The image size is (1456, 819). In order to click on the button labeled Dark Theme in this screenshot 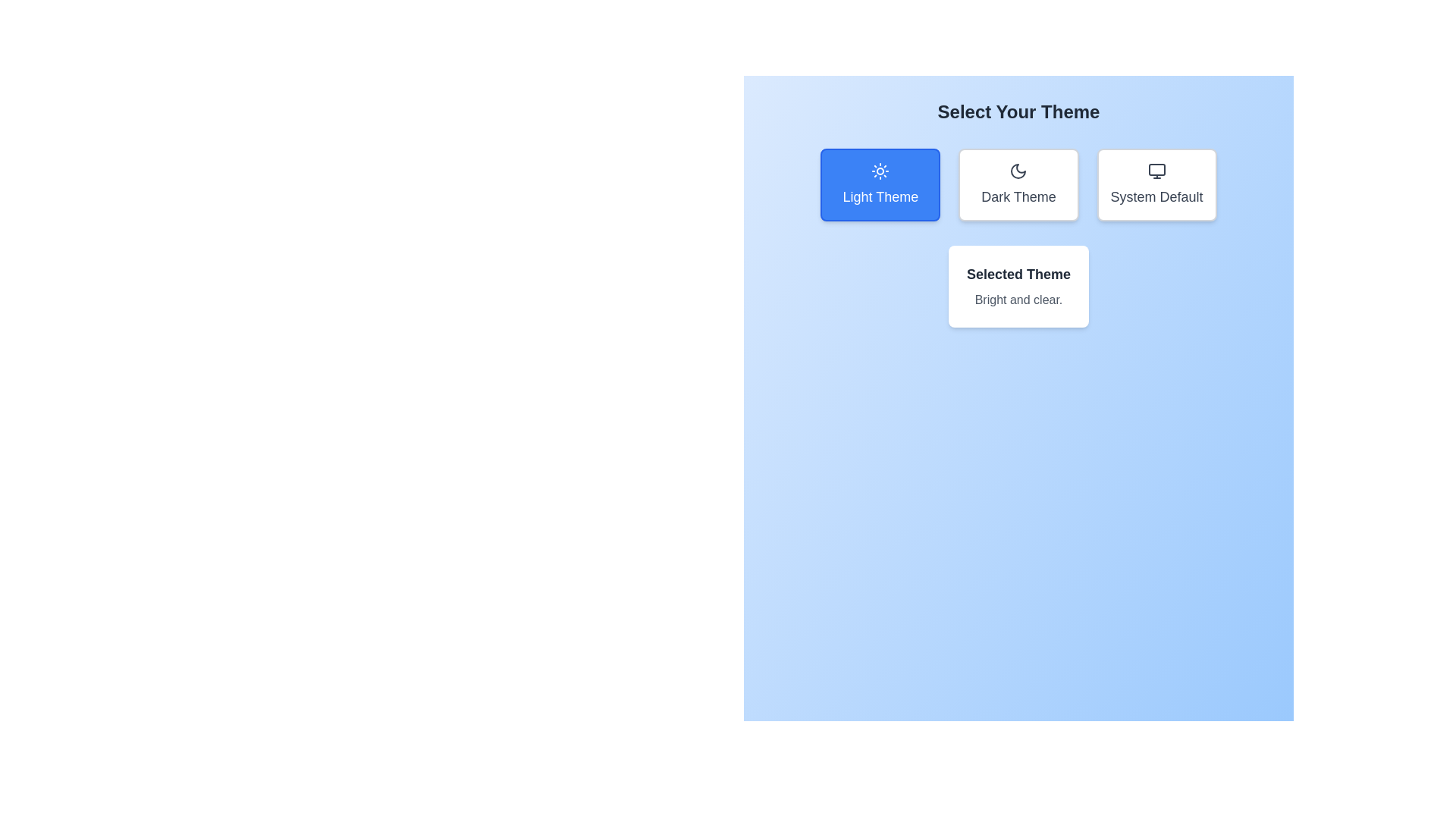, I will do `click(1018, 184)`.